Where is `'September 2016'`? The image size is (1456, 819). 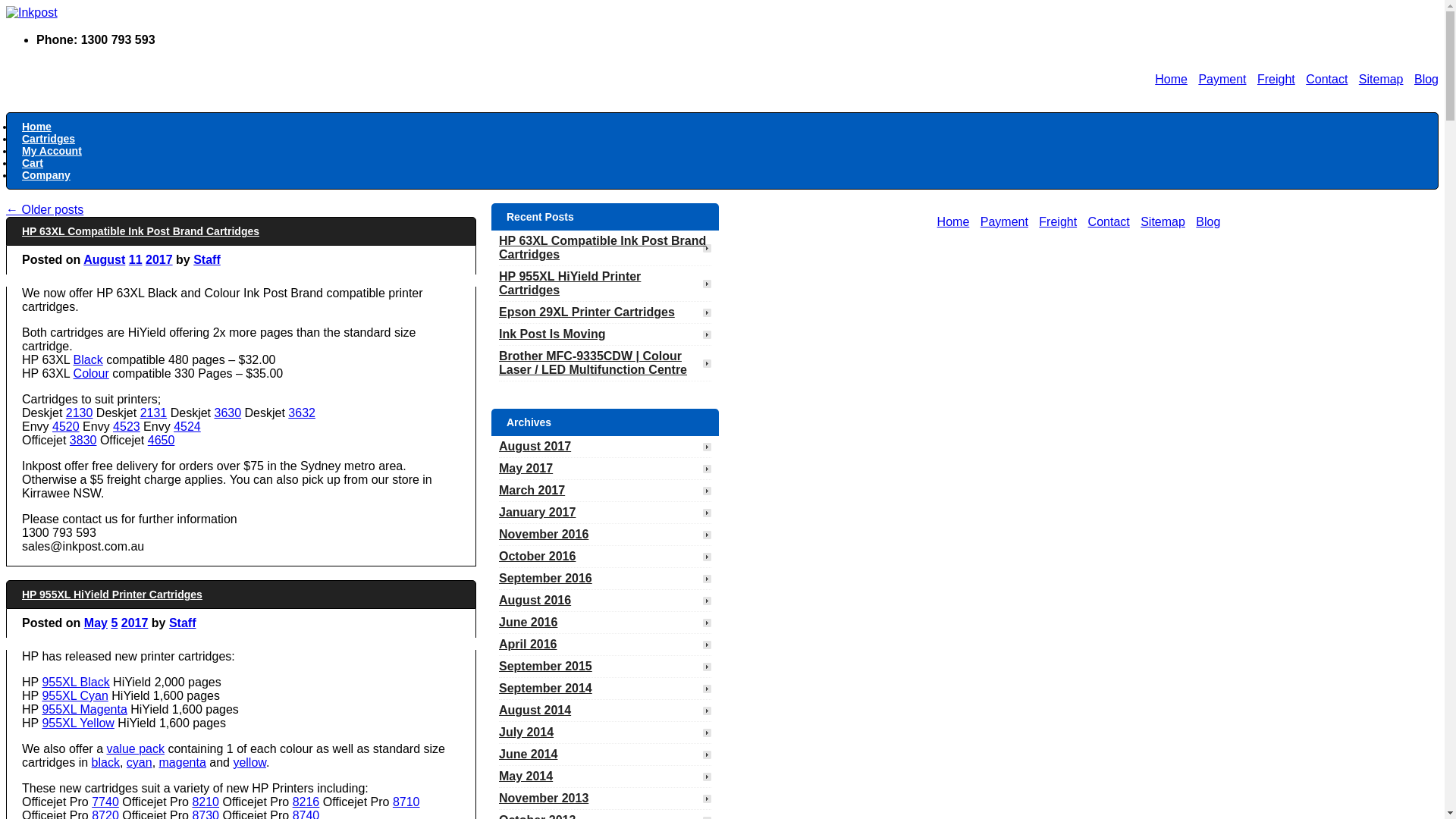 'September 2016' is located at coordinates (552, 578).